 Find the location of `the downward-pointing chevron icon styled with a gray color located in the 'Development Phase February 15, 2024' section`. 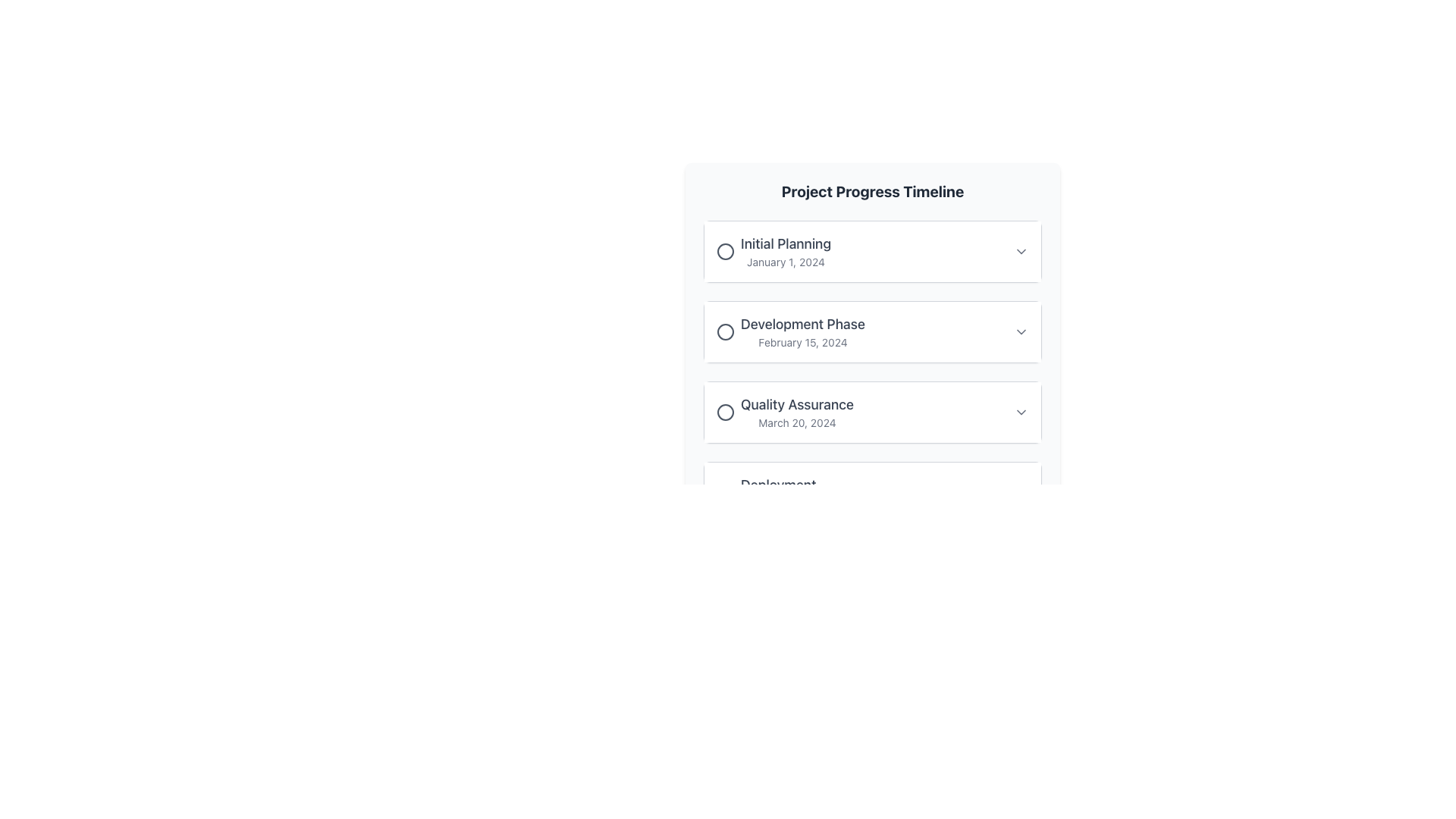

the downward-pointing chevron icon styled with a gray color located in the 'Development Phase February 15, 2024' section is located at coordinates (1021, 331).